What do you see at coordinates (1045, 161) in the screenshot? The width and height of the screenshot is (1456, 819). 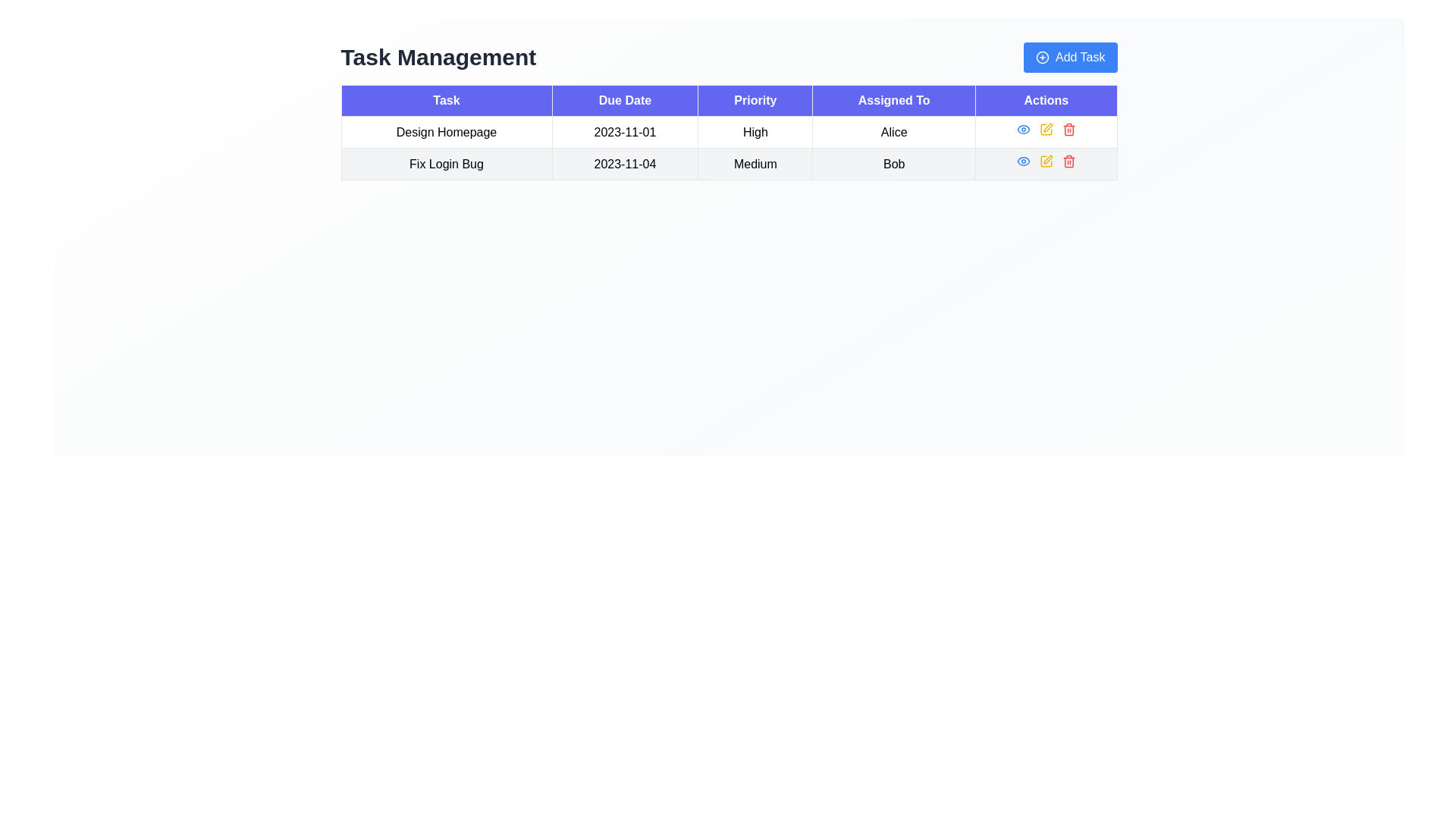 I see `the small yellow pencil icon button in the Actions column of the task management table to observe the hover effect` at bounding box center [1045, 161].